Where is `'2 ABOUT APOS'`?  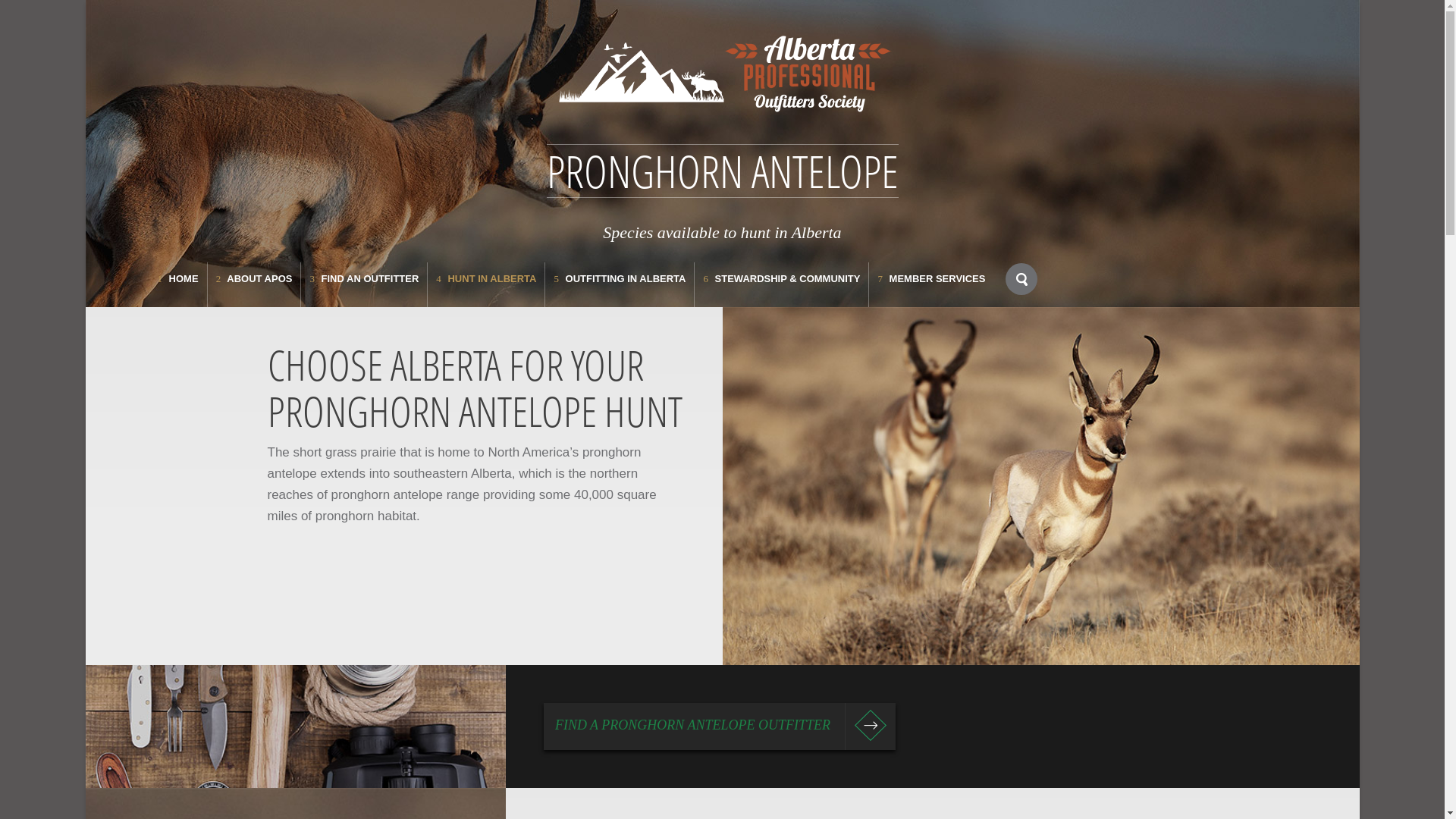
'2 ABOUT APOS' is located at coordinates (254, 284).